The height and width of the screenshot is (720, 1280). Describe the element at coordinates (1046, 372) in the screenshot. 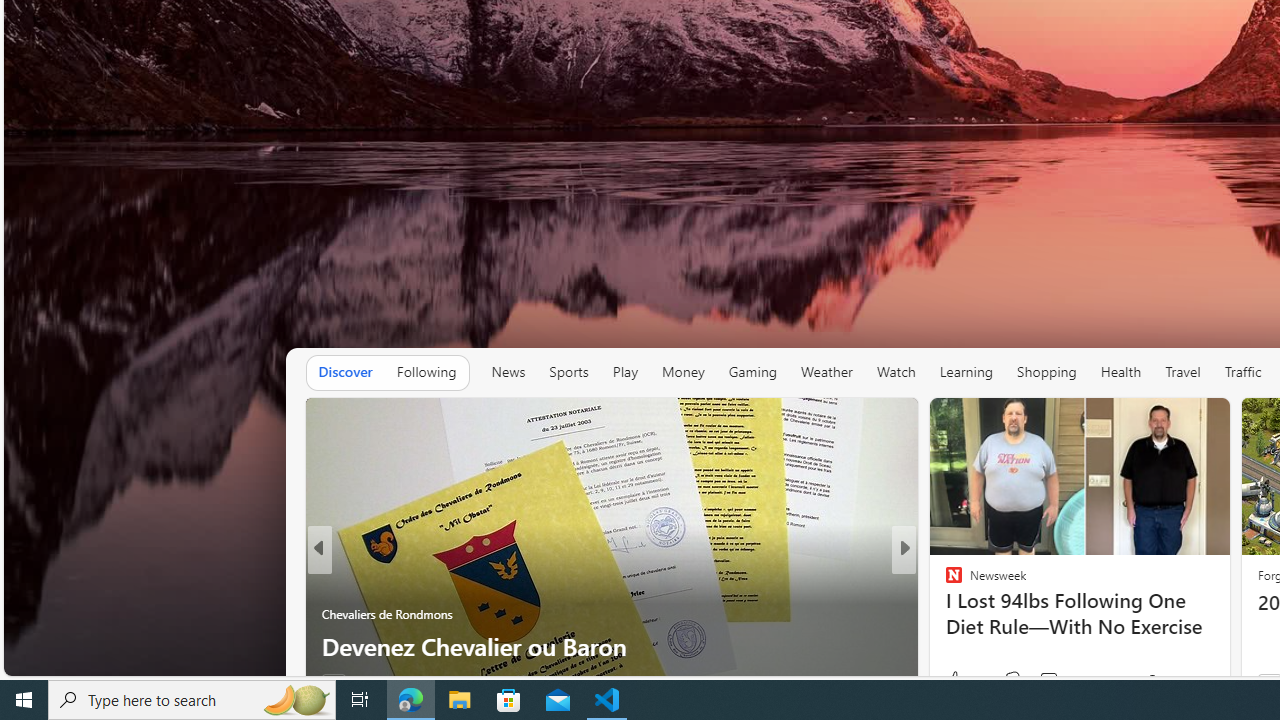

I see `'Shopping'` at that location.